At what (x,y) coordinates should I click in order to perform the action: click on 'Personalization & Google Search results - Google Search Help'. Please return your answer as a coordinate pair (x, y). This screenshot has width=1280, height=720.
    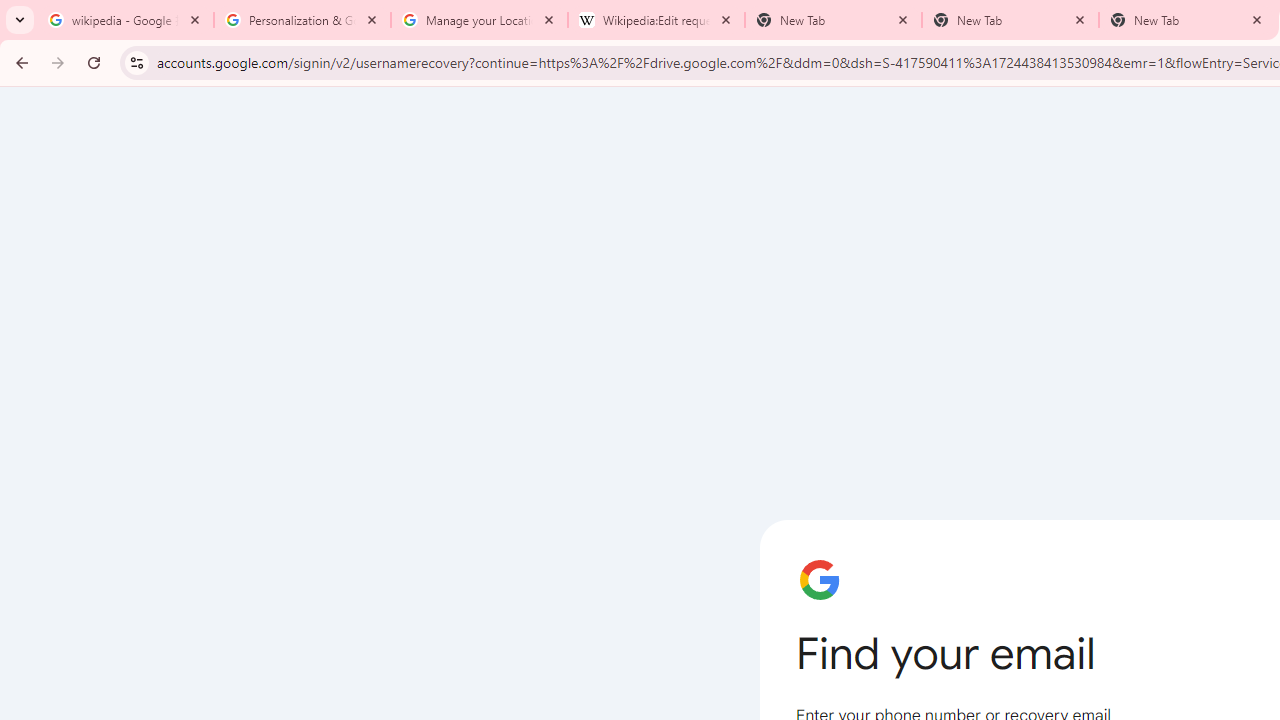
    Looking at the image, I should click on (301, 20).